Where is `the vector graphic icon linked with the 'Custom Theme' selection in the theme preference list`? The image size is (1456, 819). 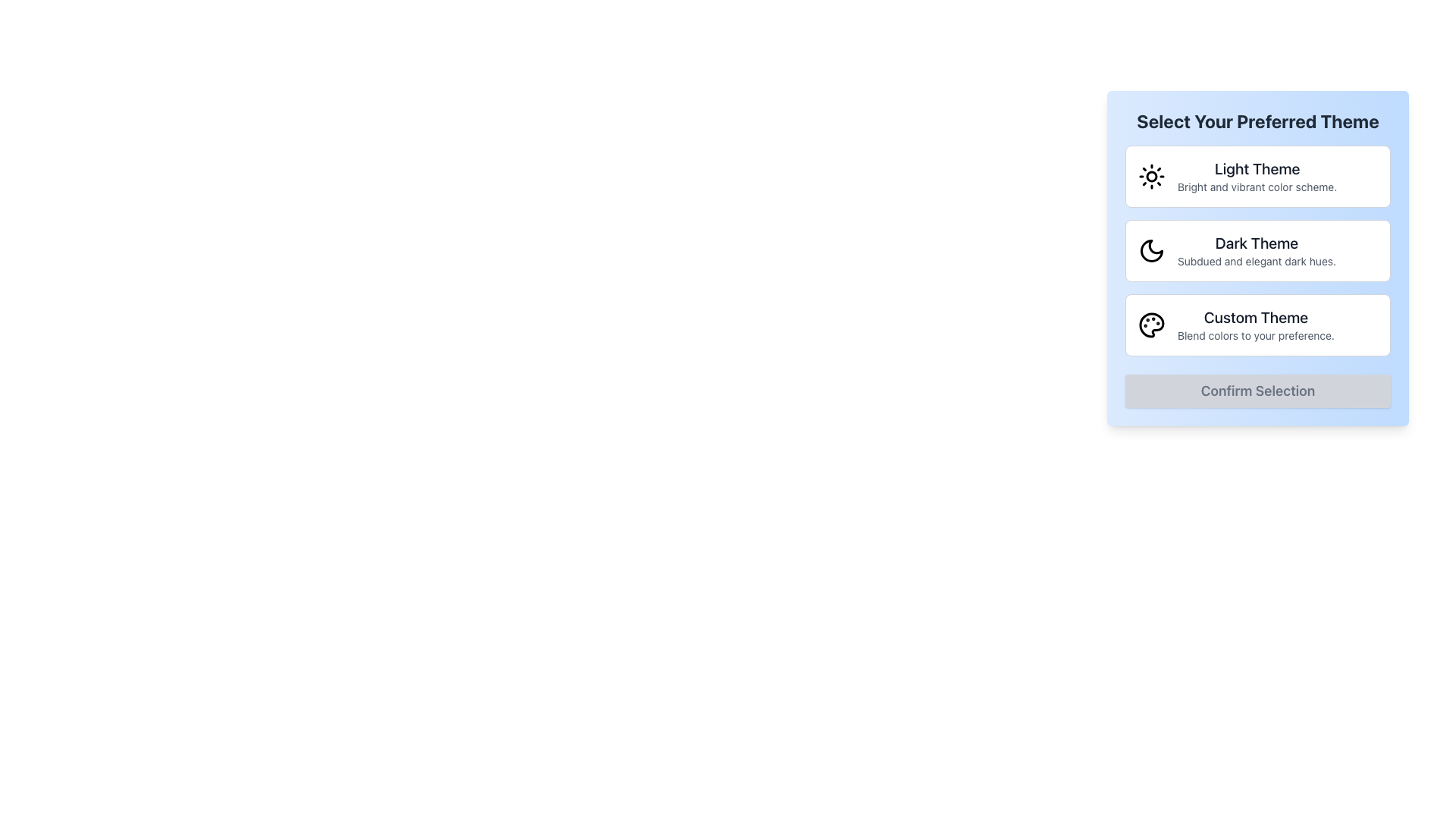 the vector graphic icon linked with the 'Custom Theme' selection in the theme preference list is located at coordinates (1151, 324).